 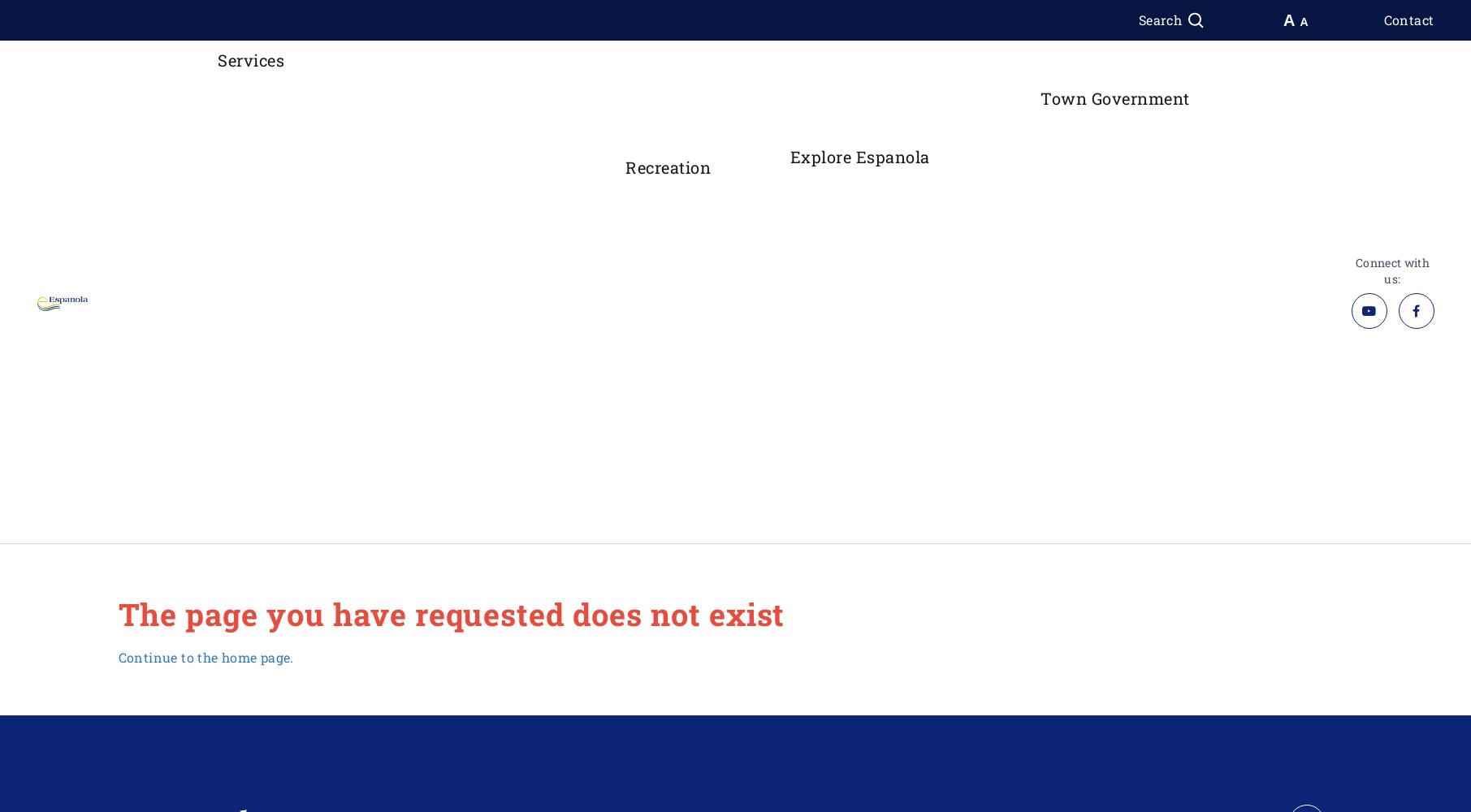 What do you see at coordinates (355, 453) in the screenshot?
I see `'Provincial Offences'` at bounding box center [355, 453].